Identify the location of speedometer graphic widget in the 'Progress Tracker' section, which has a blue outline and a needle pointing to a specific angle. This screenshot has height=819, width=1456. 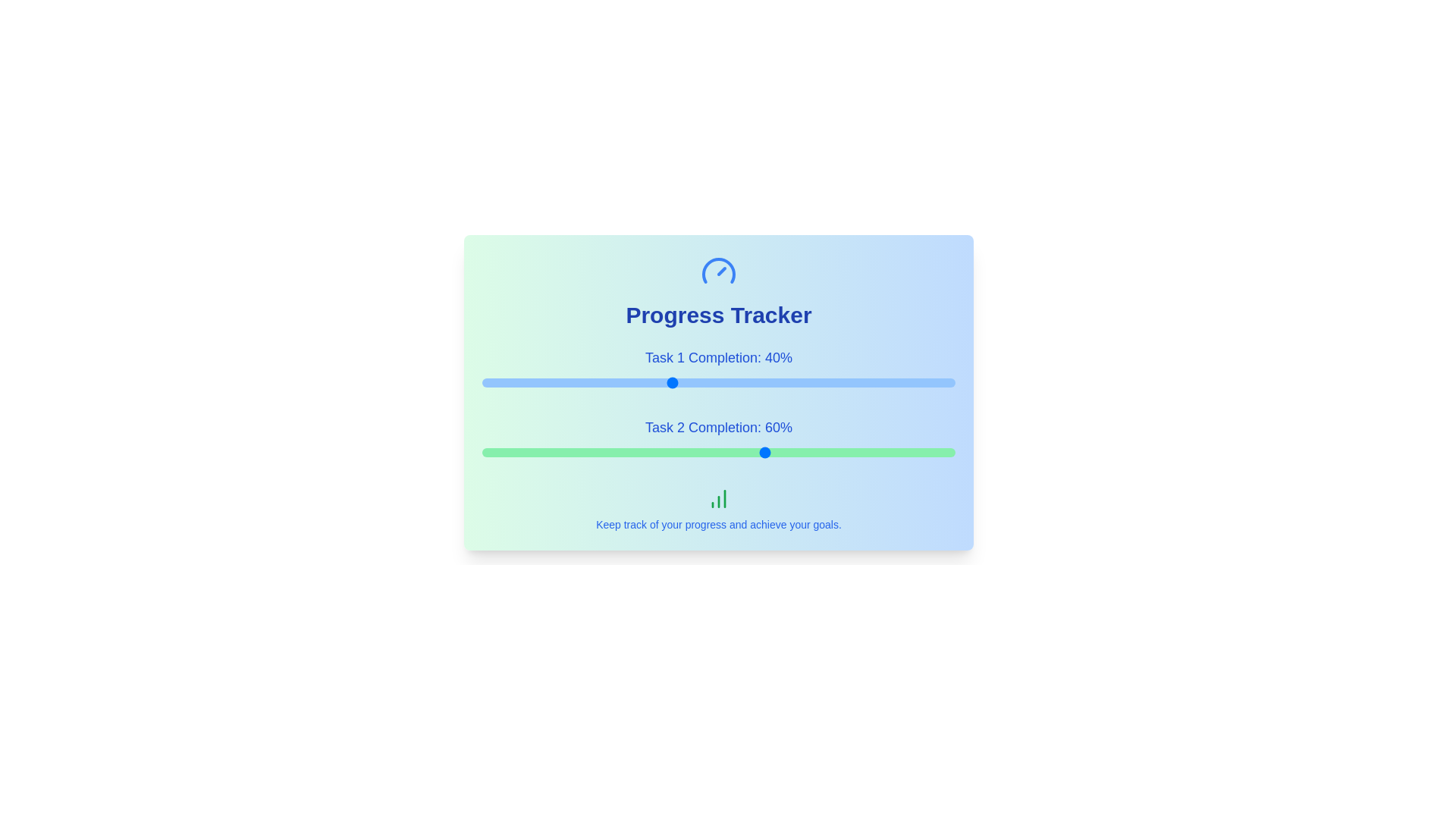
(718, 271).